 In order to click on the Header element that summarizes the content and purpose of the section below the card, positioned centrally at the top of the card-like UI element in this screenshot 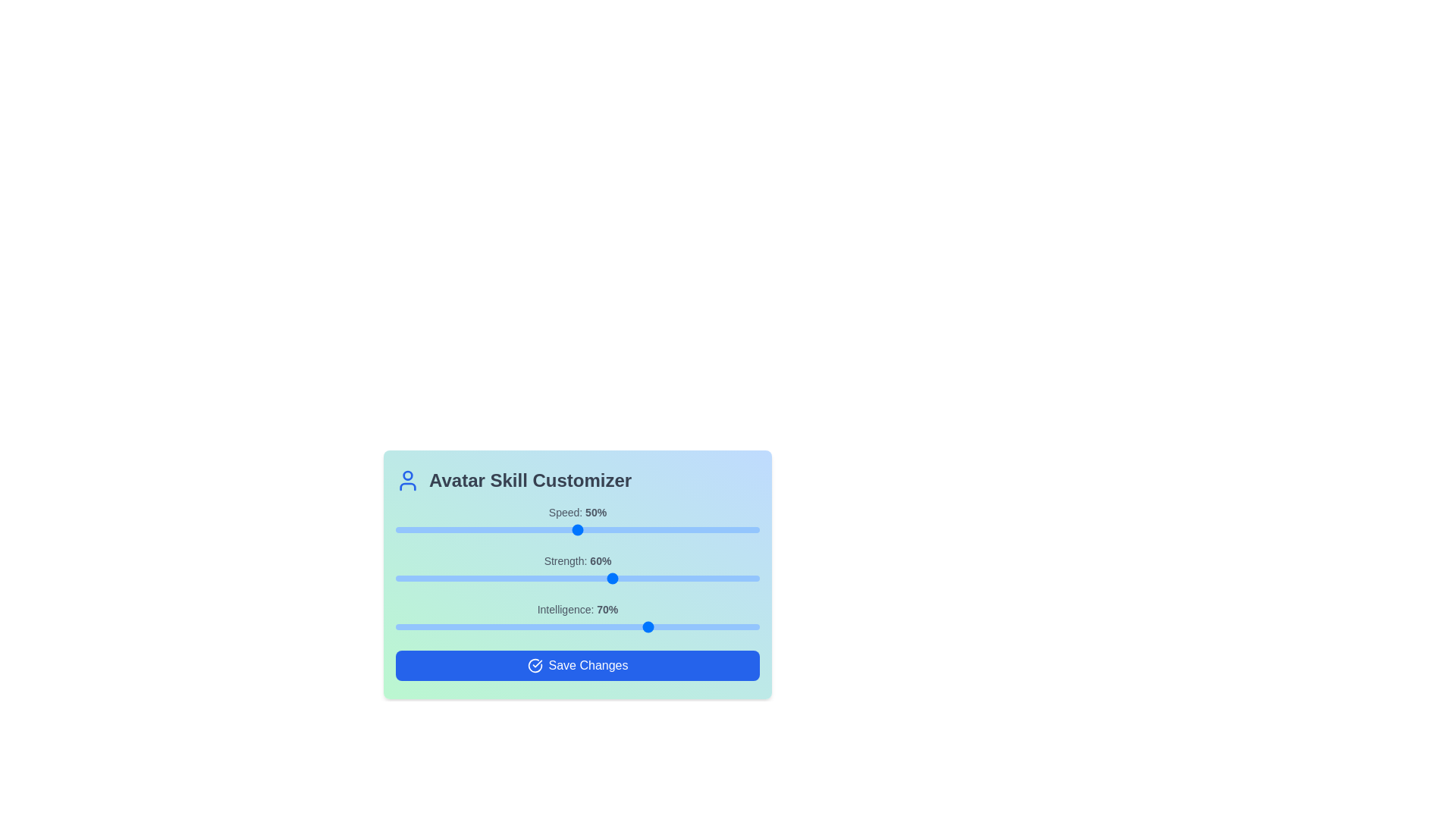, I will do `click(577, 480)`.